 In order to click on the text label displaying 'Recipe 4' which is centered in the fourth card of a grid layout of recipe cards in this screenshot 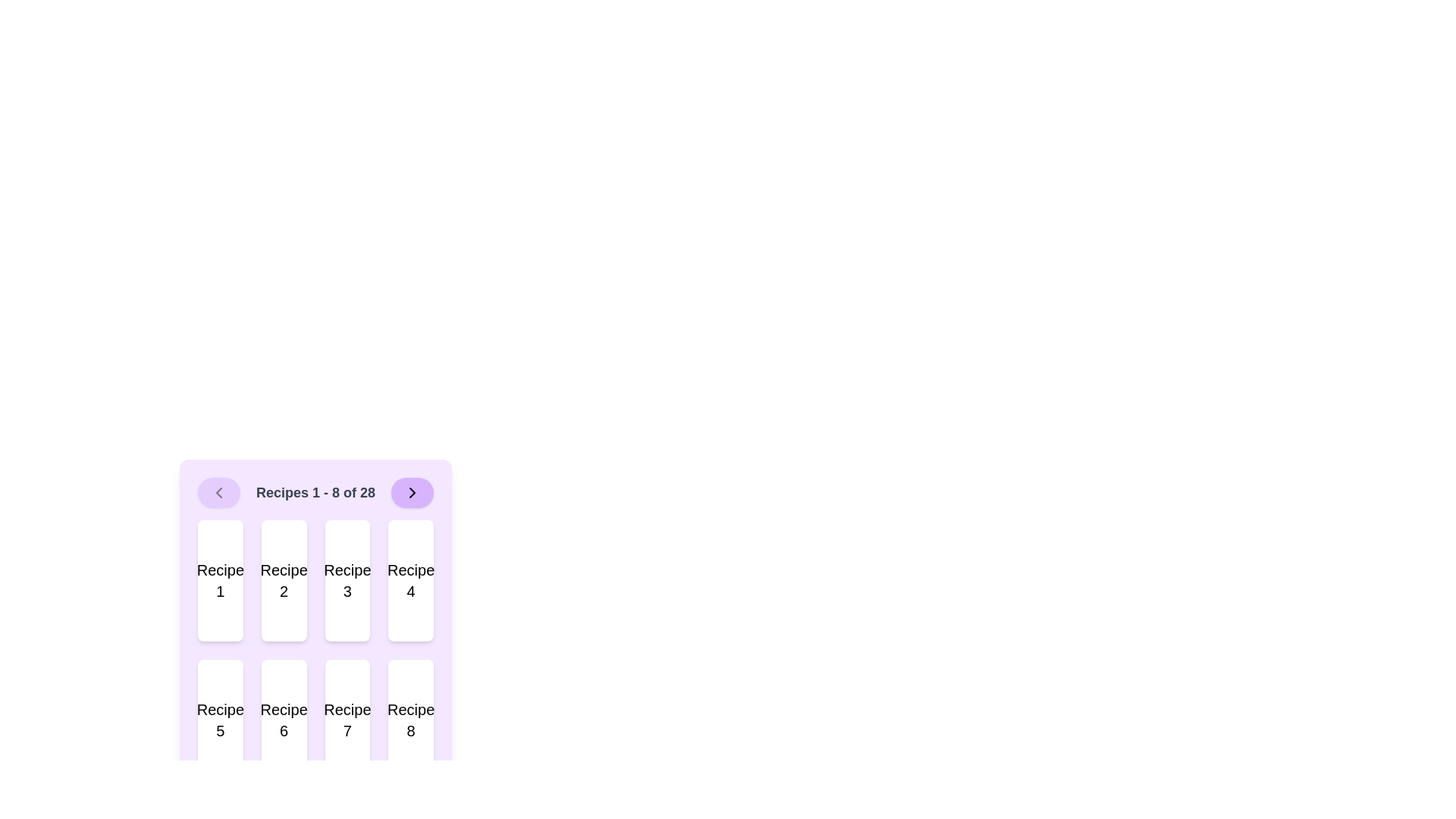, I will do `click(411, 580)`.